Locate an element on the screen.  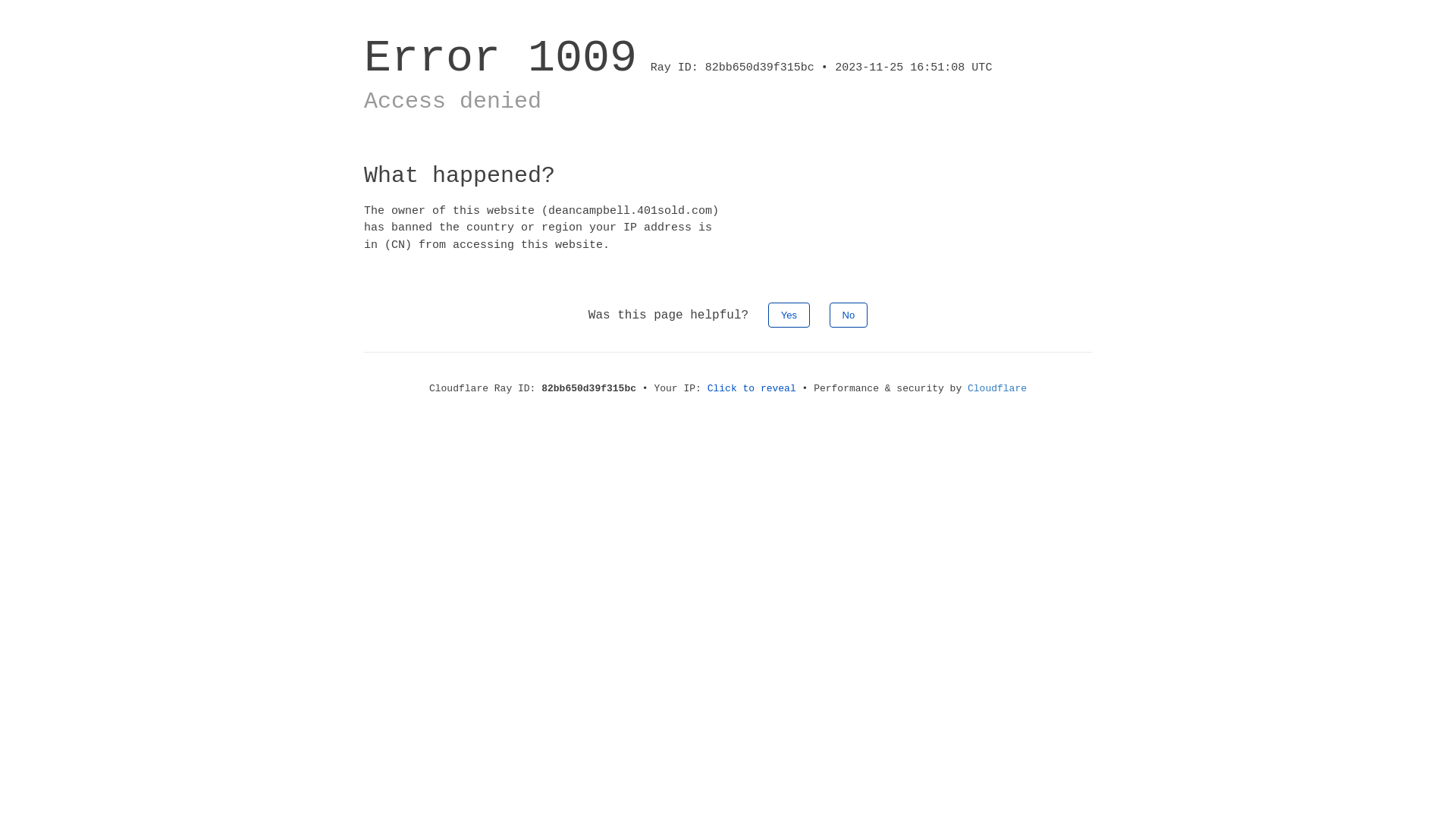
'Click to reveal' is located at coordinates (752, 388).